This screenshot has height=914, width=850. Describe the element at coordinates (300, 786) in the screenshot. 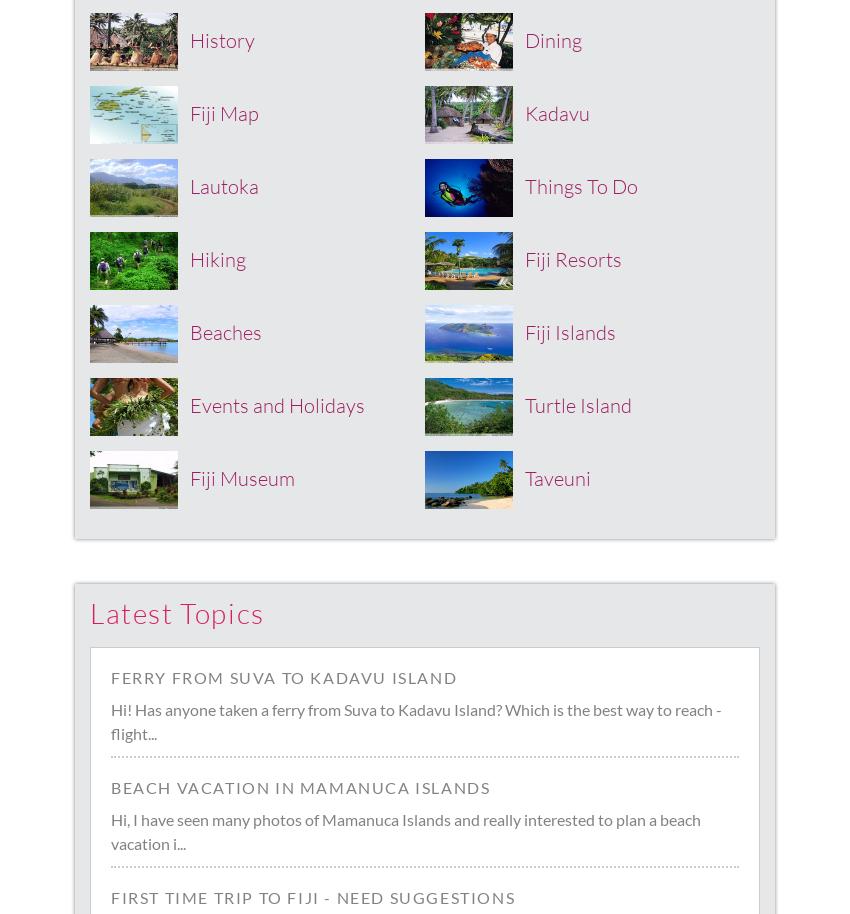

I see `'Beach vacation in Mamanuca Islands'` at that location.